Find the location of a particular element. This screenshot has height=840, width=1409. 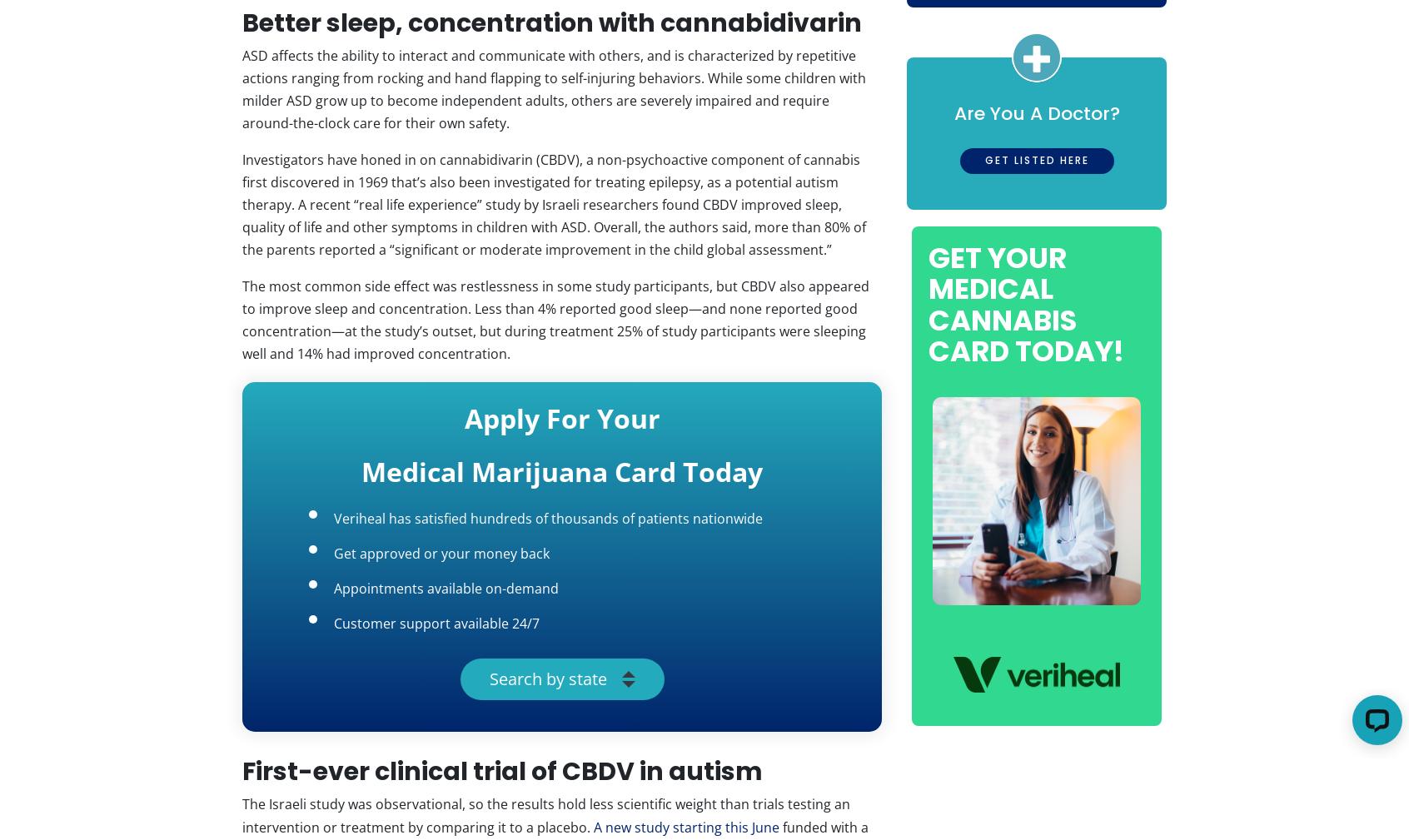

'Are You A Doctor?' is located at coordinates (1036, 112).